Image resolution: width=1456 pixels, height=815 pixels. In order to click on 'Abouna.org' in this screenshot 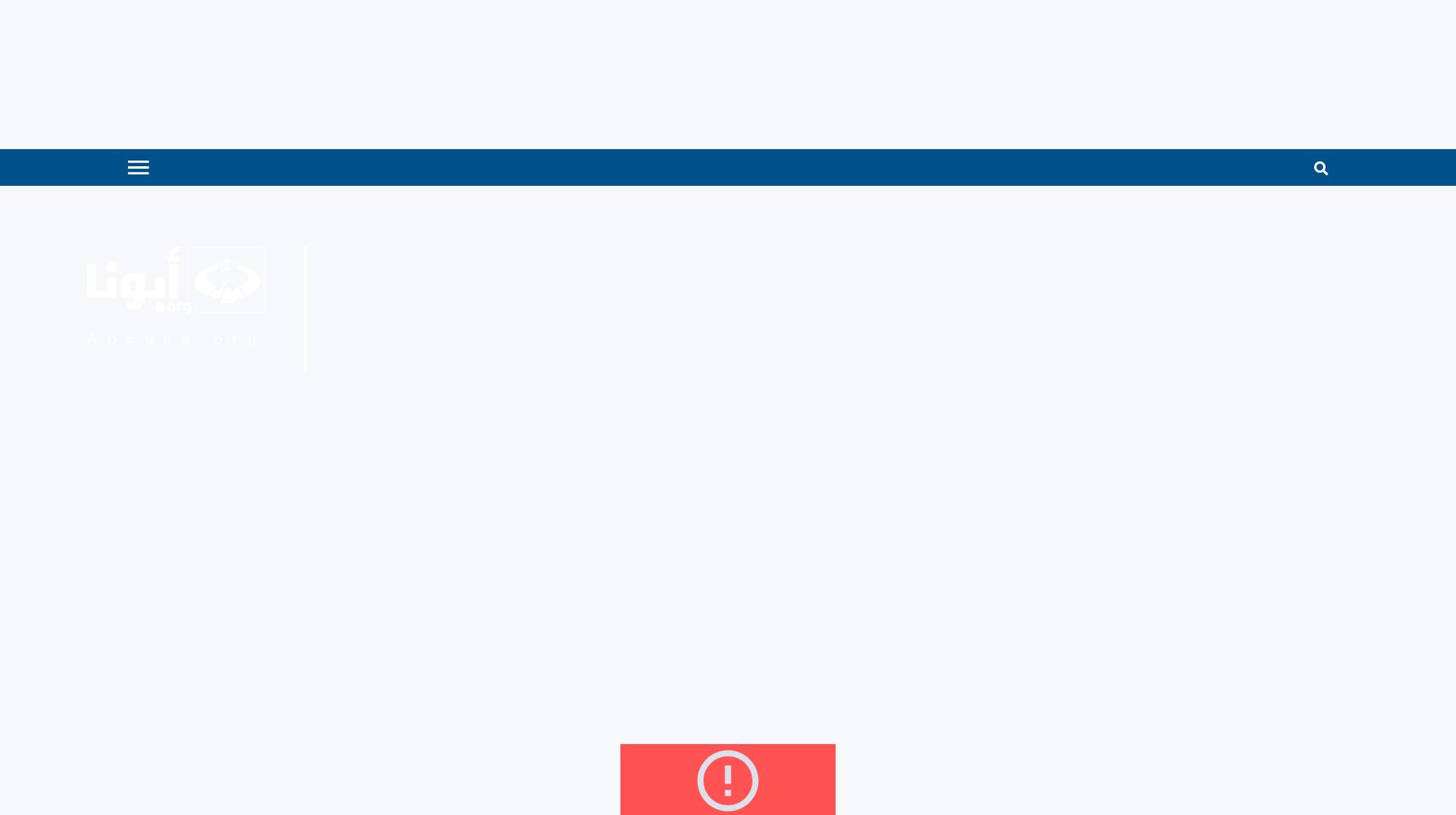, I will do `click(175, 337)`.